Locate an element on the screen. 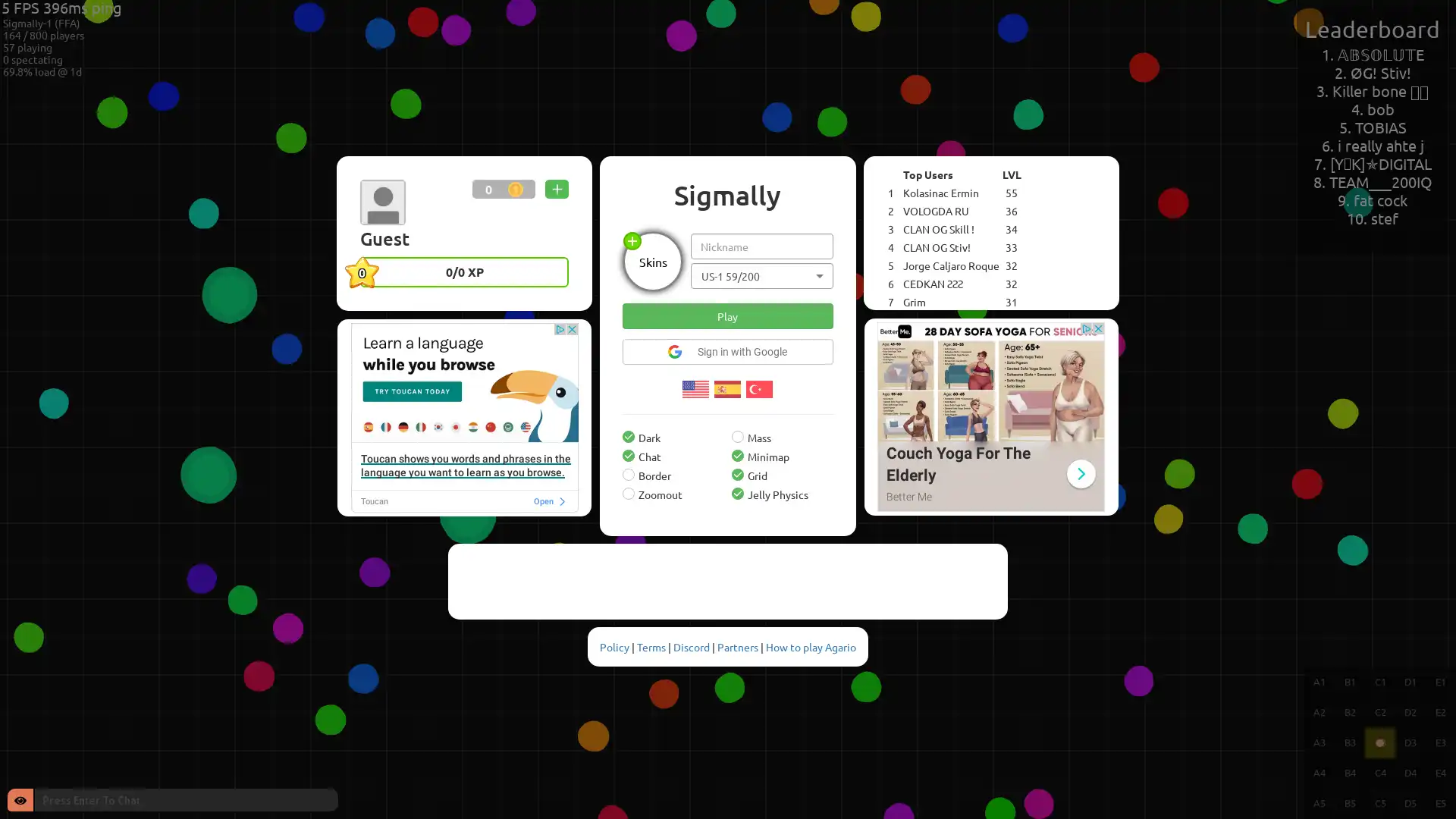  Google Sign in with Google is located at coordinates (726, 350).